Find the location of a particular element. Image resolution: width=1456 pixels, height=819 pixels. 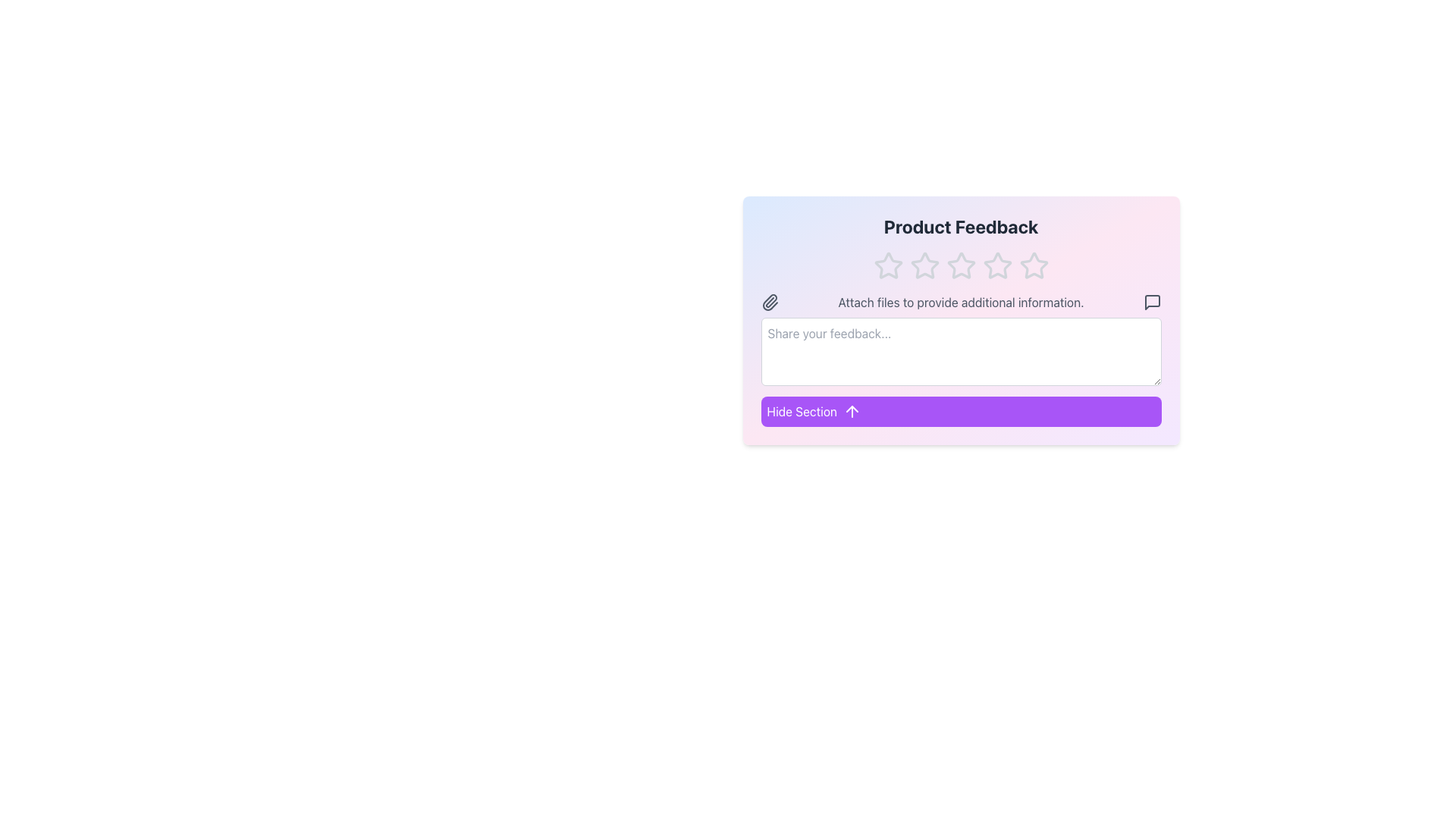

the paperclip icon, which is a small grayish icon located to the left of the text 'Attach files to provide additional information.' is located at coordinates (770, 302).